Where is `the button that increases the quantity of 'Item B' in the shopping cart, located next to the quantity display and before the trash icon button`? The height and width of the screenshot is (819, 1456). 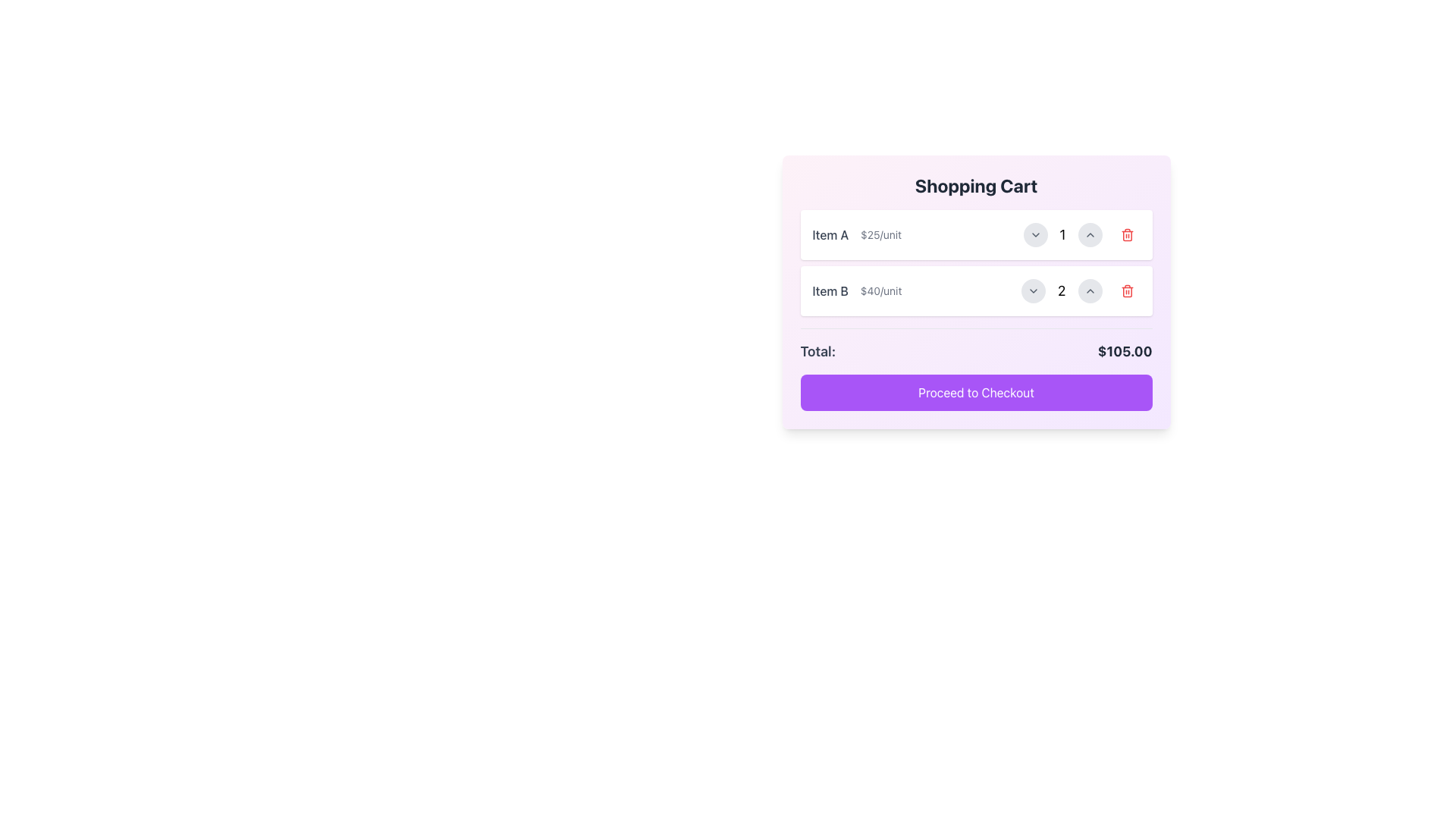
the button that increases the quantity of 'Item B' in the shopping cart, located next to the quantity display and before the trash icon button is located at coordinates (1089, 291).